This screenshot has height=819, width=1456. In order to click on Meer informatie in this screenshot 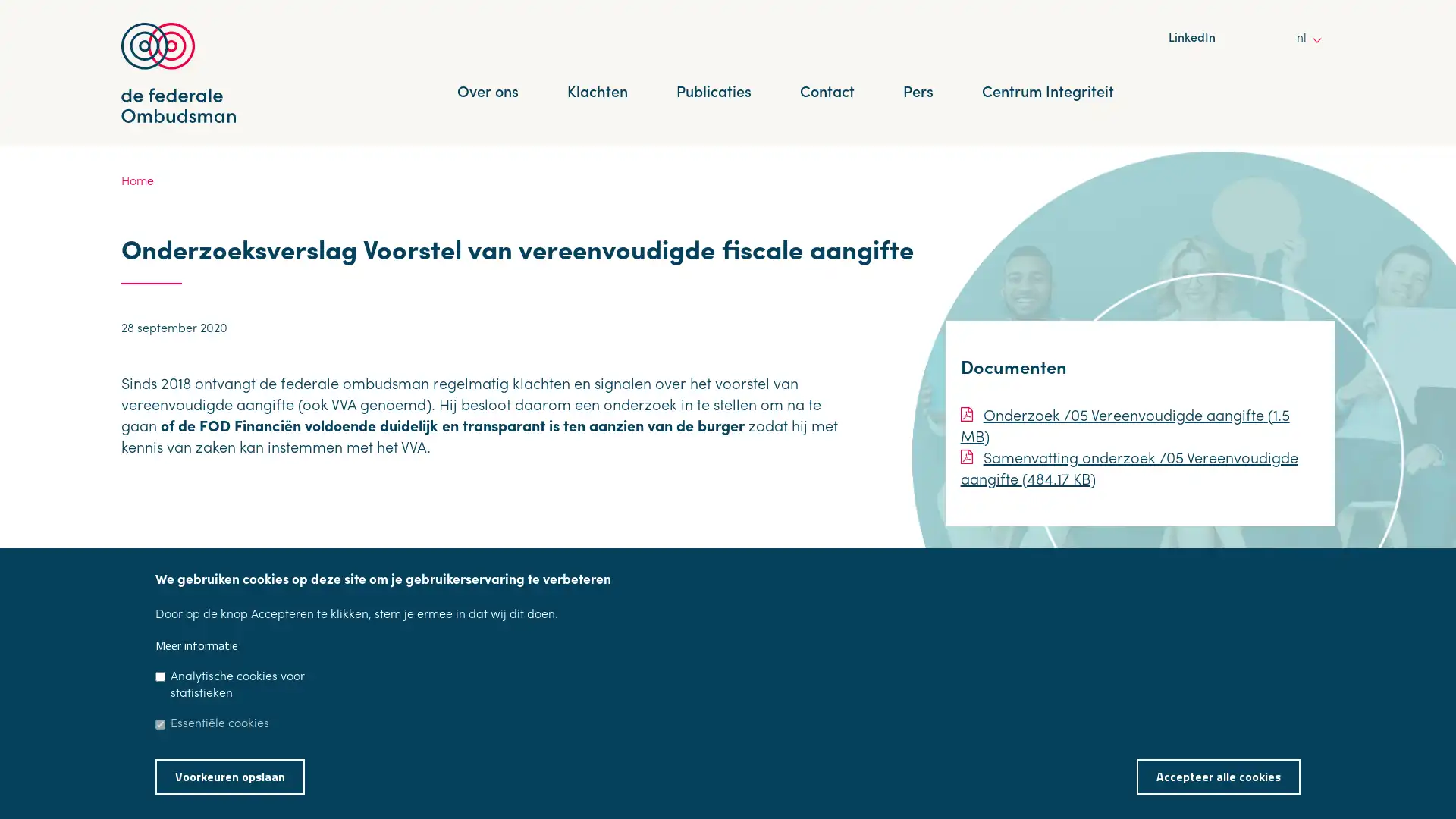, I will do `click(196, 645)`.